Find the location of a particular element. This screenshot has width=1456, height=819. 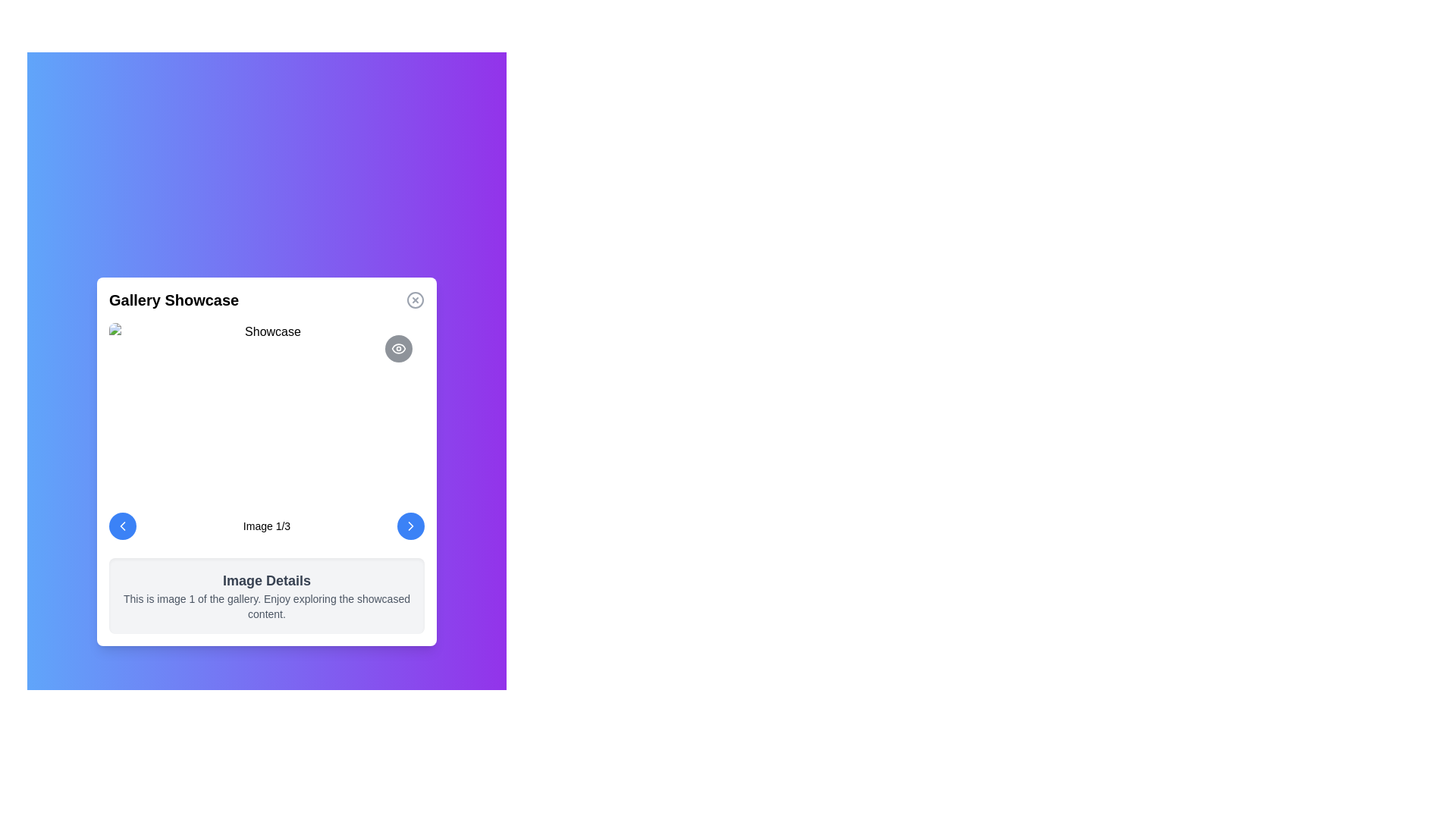

the chevron icon located at the bottom right of the card interface is located at coordinates (411, 526).